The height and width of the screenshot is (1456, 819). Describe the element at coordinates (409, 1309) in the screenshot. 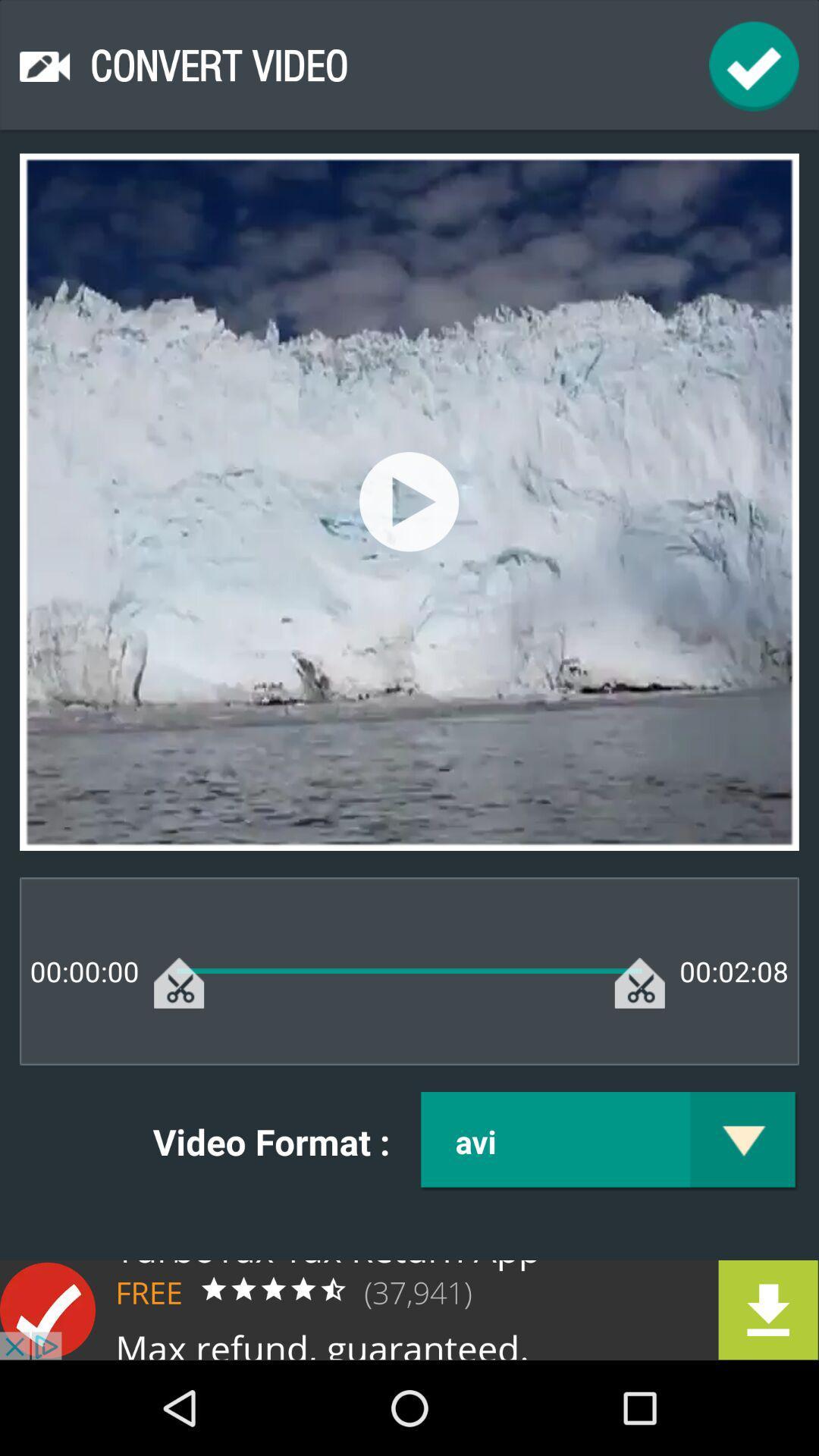

I see `another site` at that location.